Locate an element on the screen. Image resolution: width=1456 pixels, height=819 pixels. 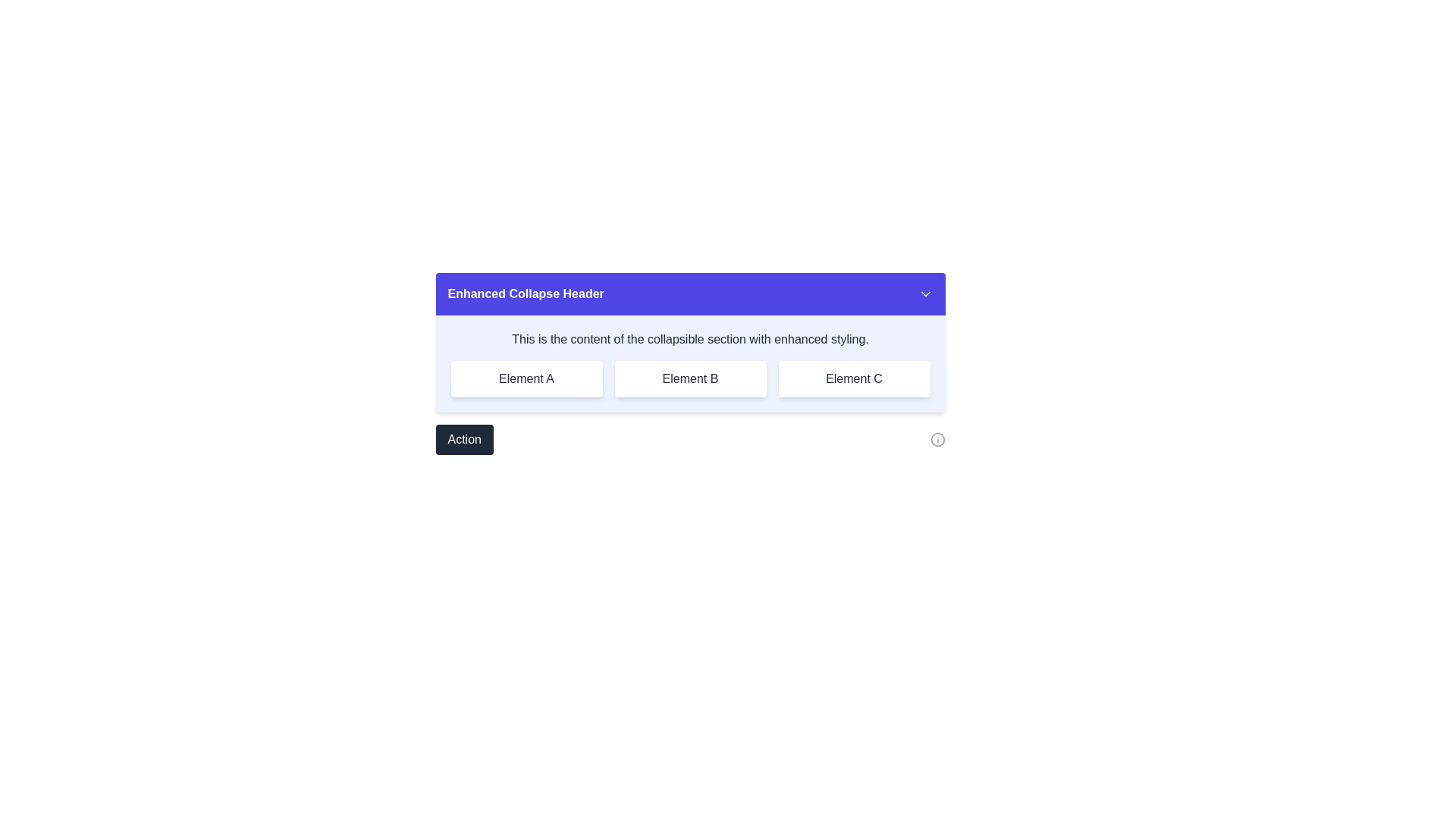
the downward-facing chevron icon located at the far right of the 'Enhanced Collapse Header' section, which has a bold purple background is located at coordinates (924, 294).